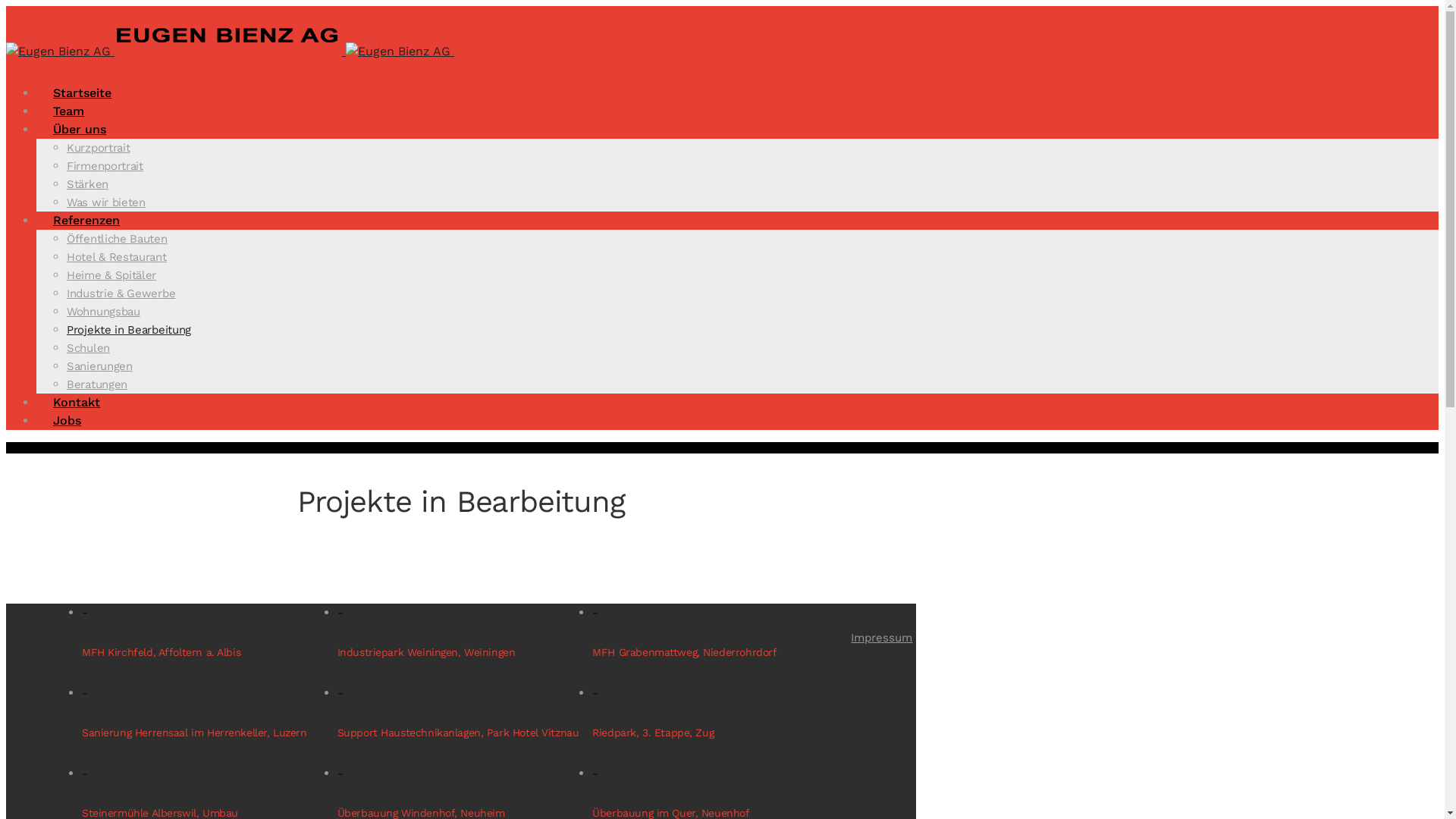 The width and height of the screenshot is (1456, 819). I want to click on 'Firmenportrait', so click(104, 166).